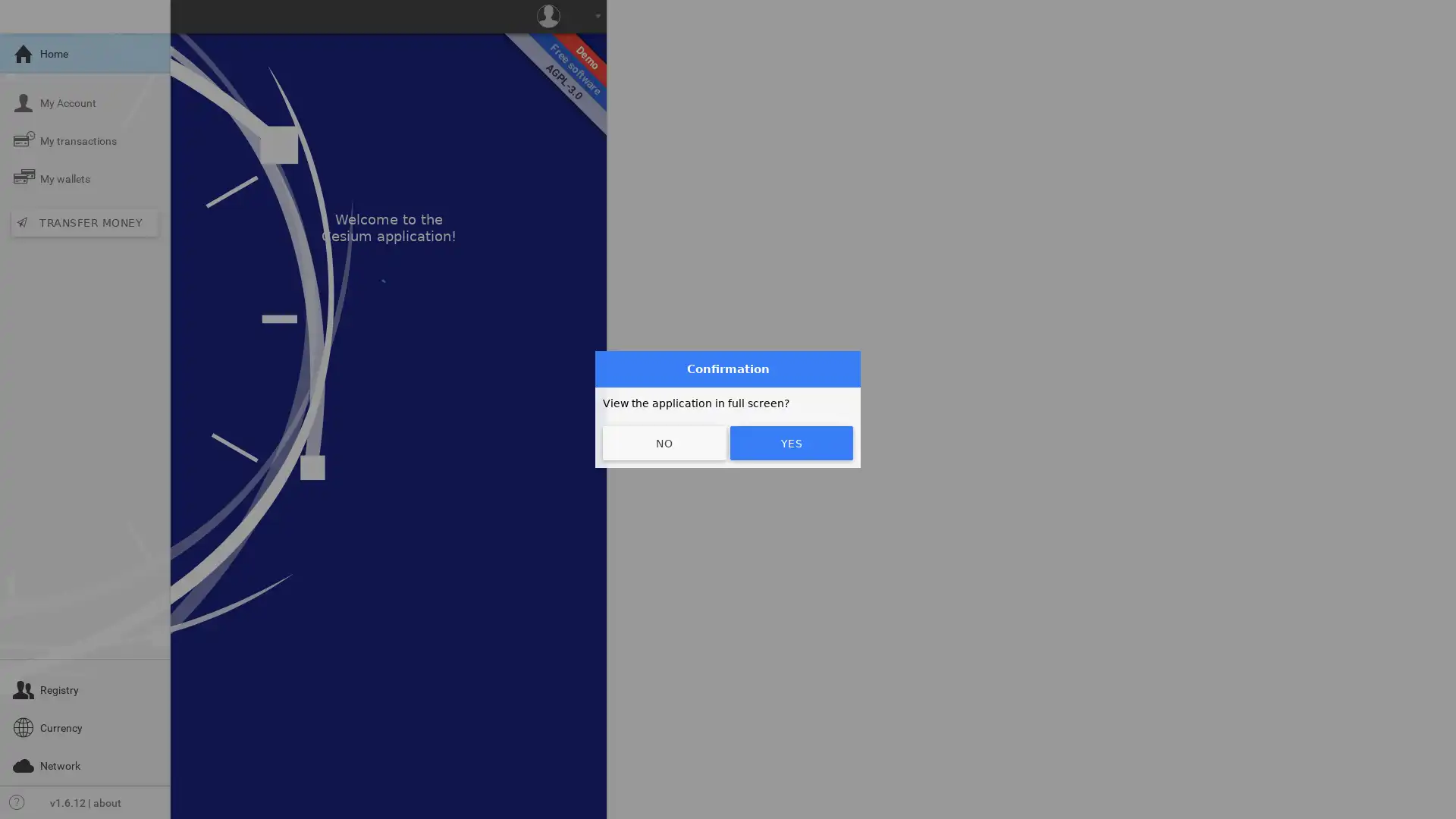  Describe the element at coordinates (811, 292) in the screenshot. I see `CREATE A FREE ACCOUNT` at that location.